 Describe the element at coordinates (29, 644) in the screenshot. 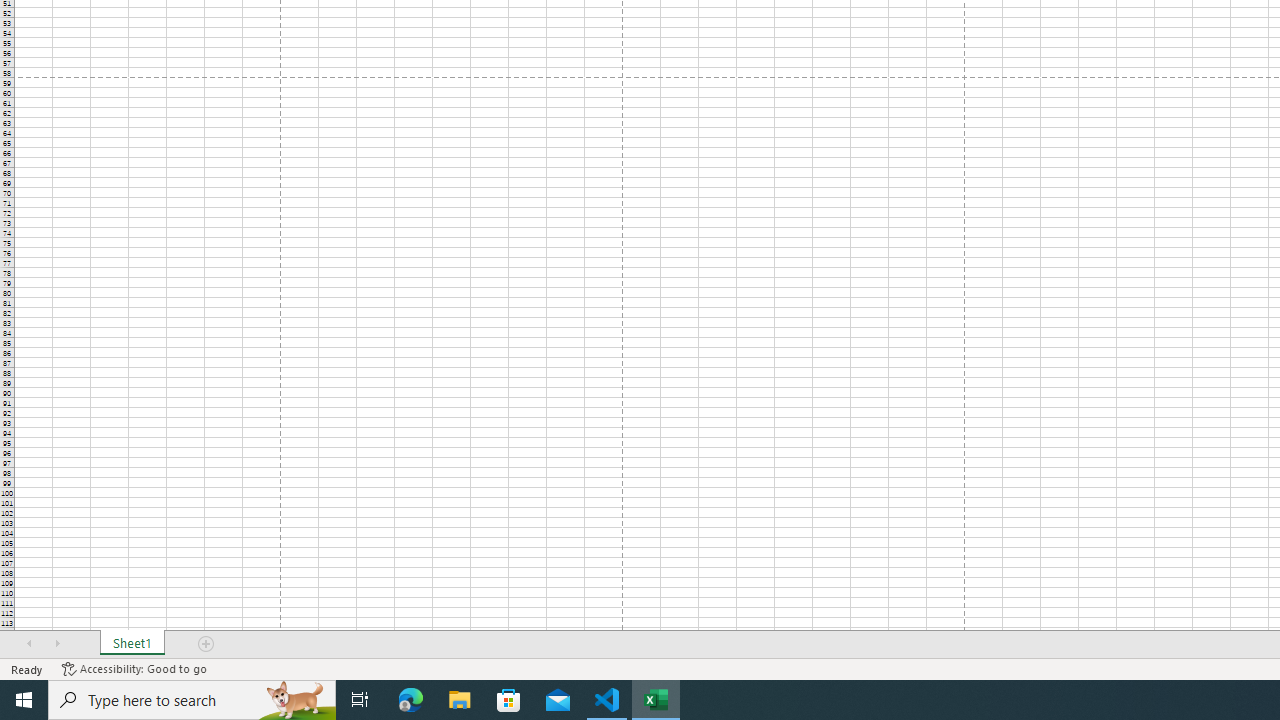

I see `'Scroll Left'` at that location.